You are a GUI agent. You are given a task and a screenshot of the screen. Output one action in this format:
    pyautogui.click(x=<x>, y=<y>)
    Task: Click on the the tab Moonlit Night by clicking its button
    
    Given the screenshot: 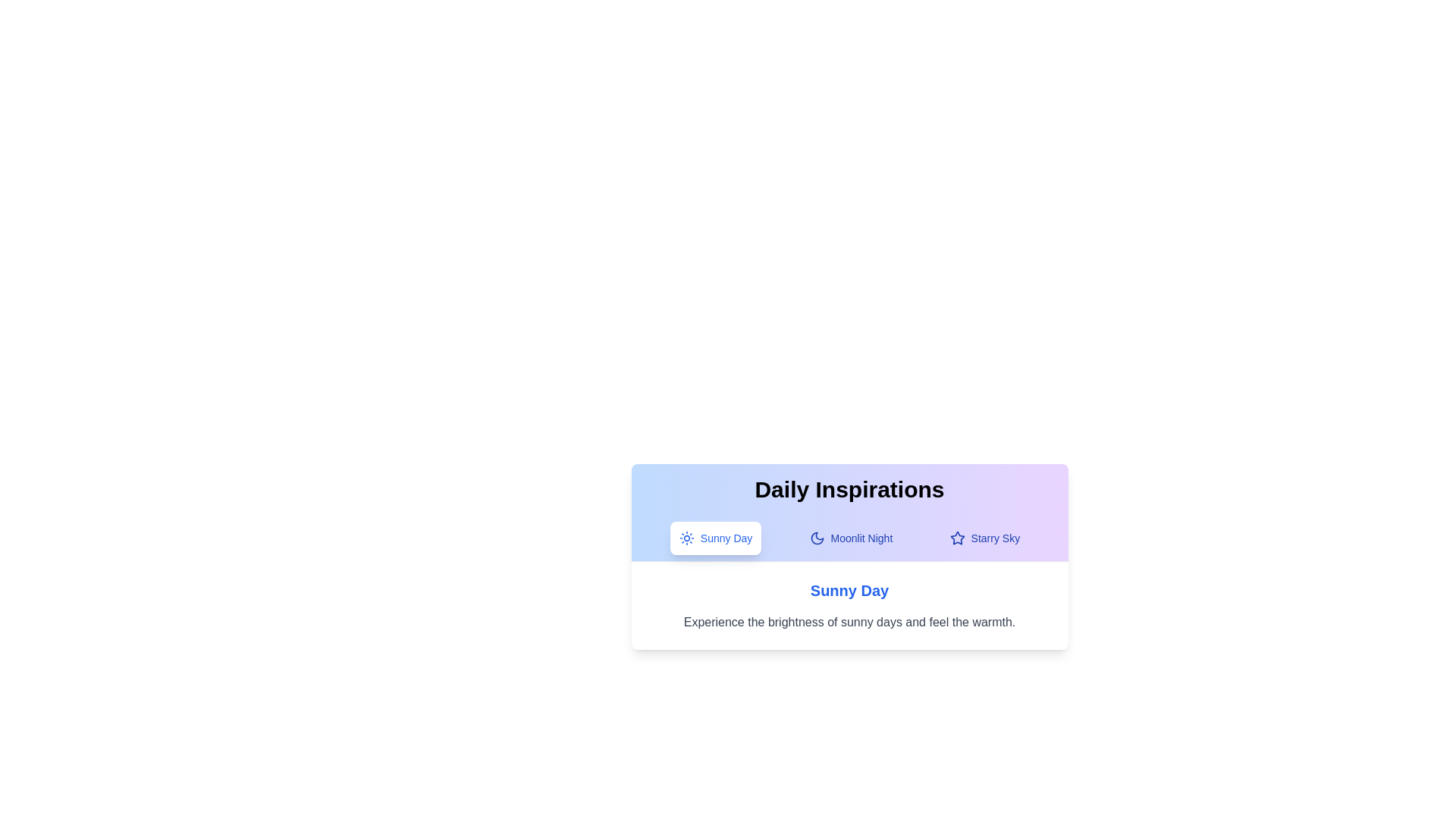 What is the action you would take?
    pyautogui.click(x=851, y=537)
    